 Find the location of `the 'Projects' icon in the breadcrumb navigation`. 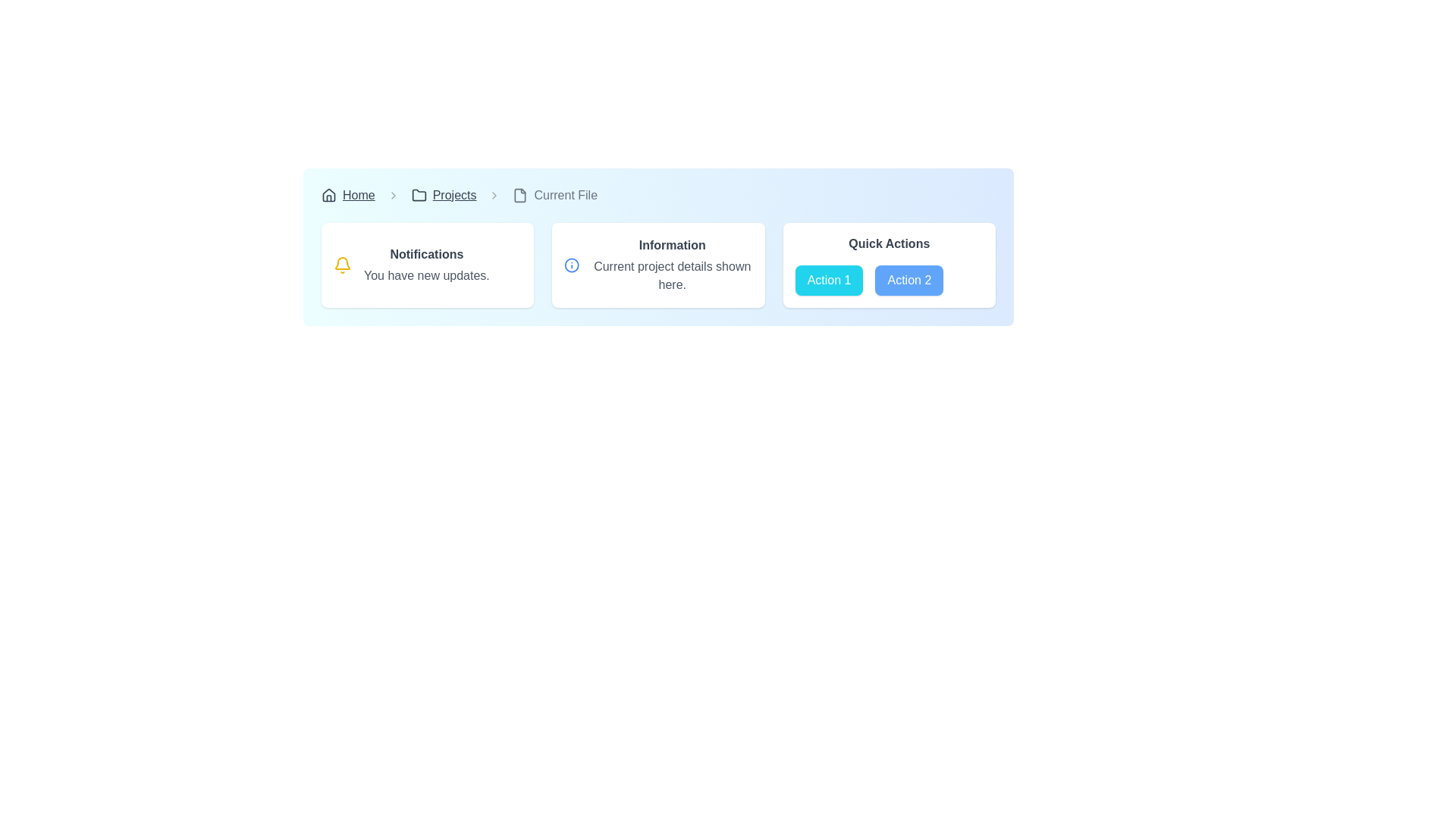

the 'Projects' icon in the breadcrumb navigation is located at coordinates (419, 194).